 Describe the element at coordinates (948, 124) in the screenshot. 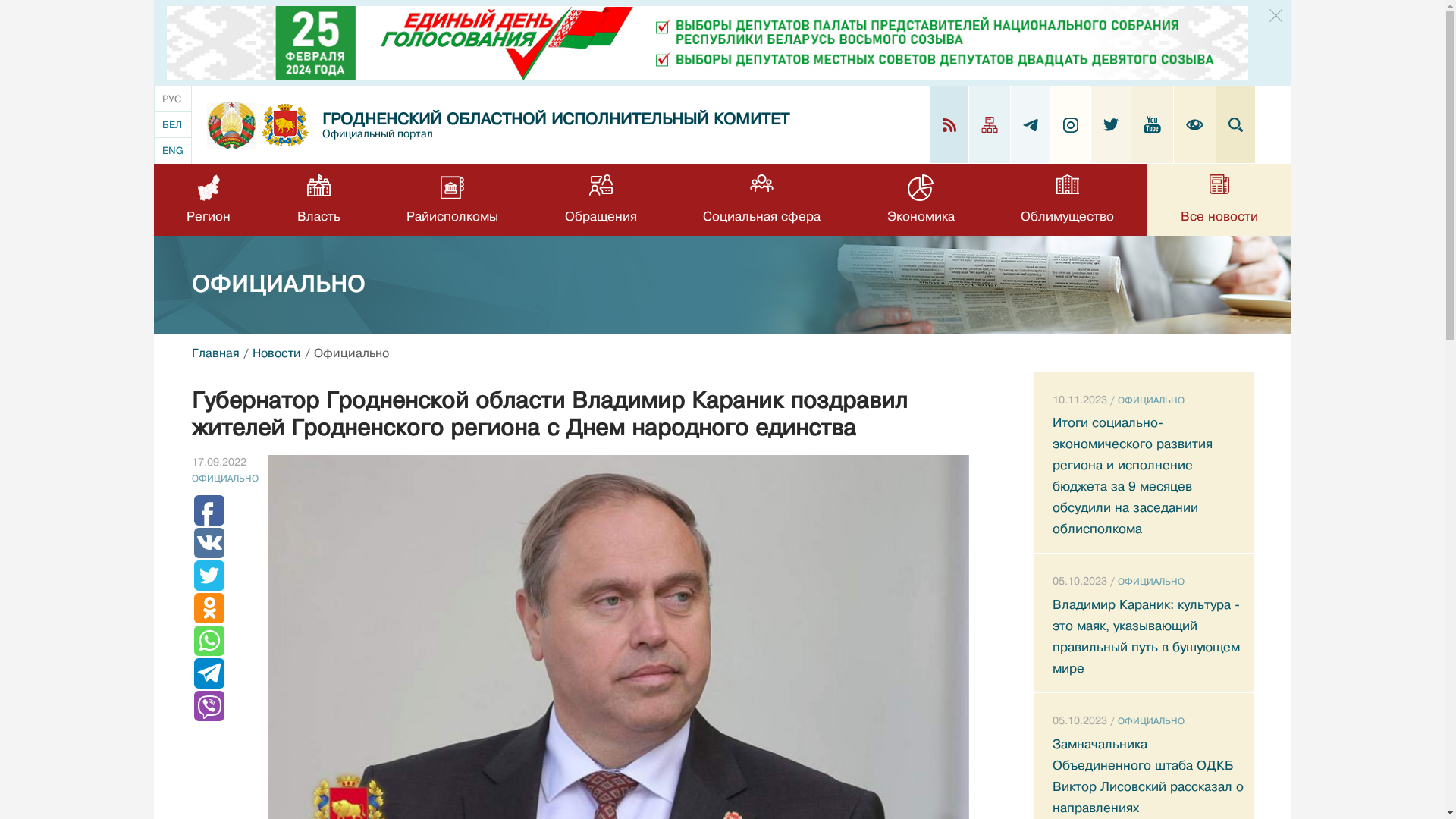

I see `'rss'` at that location.